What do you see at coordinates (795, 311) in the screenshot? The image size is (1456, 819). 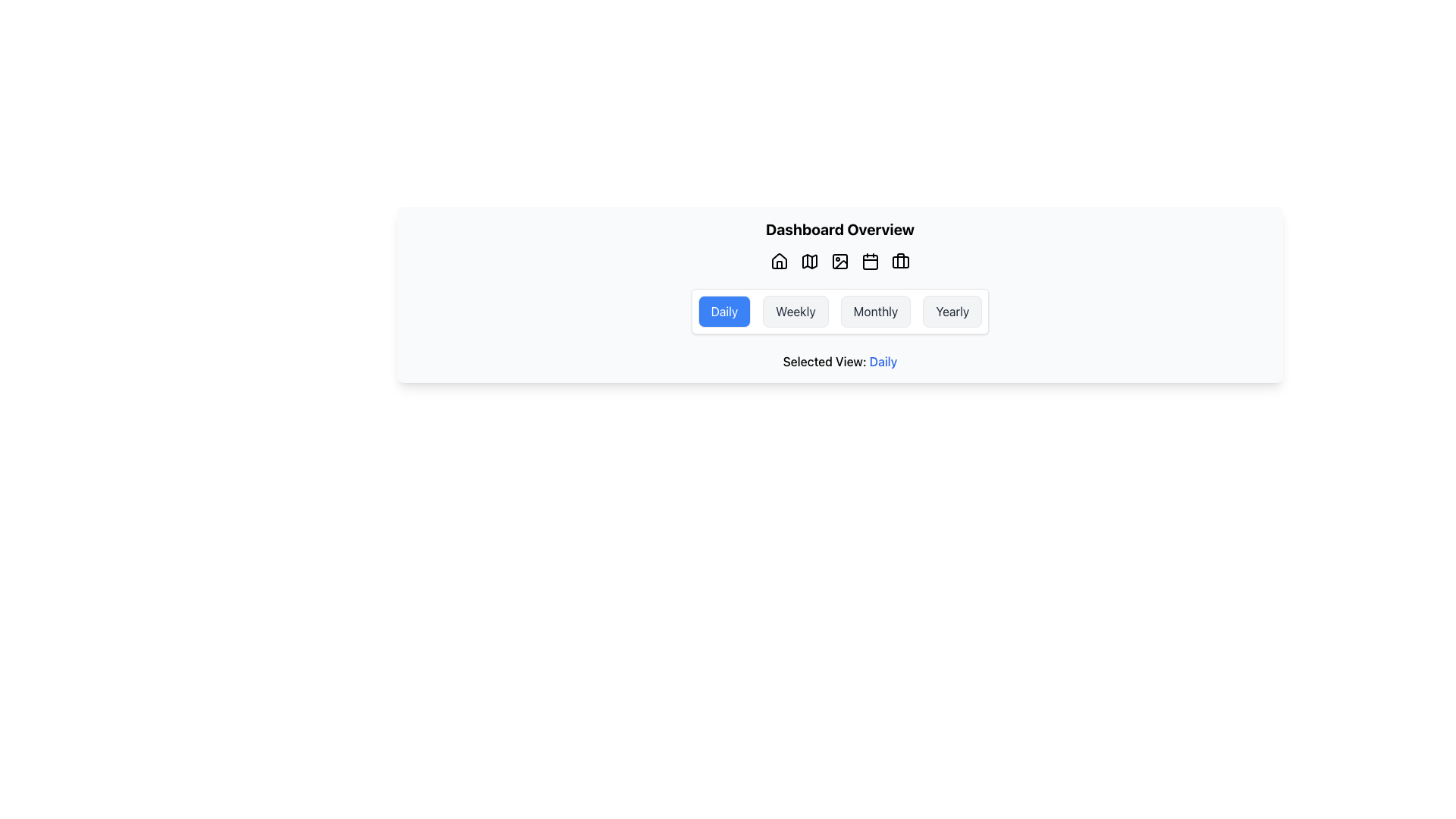 I see `the 'Weekly' button with a light gray background and dark gray text, which is the second button in the row of time period buttons under the 'Dashboard Overview' section` at bounding box center [795, 311].